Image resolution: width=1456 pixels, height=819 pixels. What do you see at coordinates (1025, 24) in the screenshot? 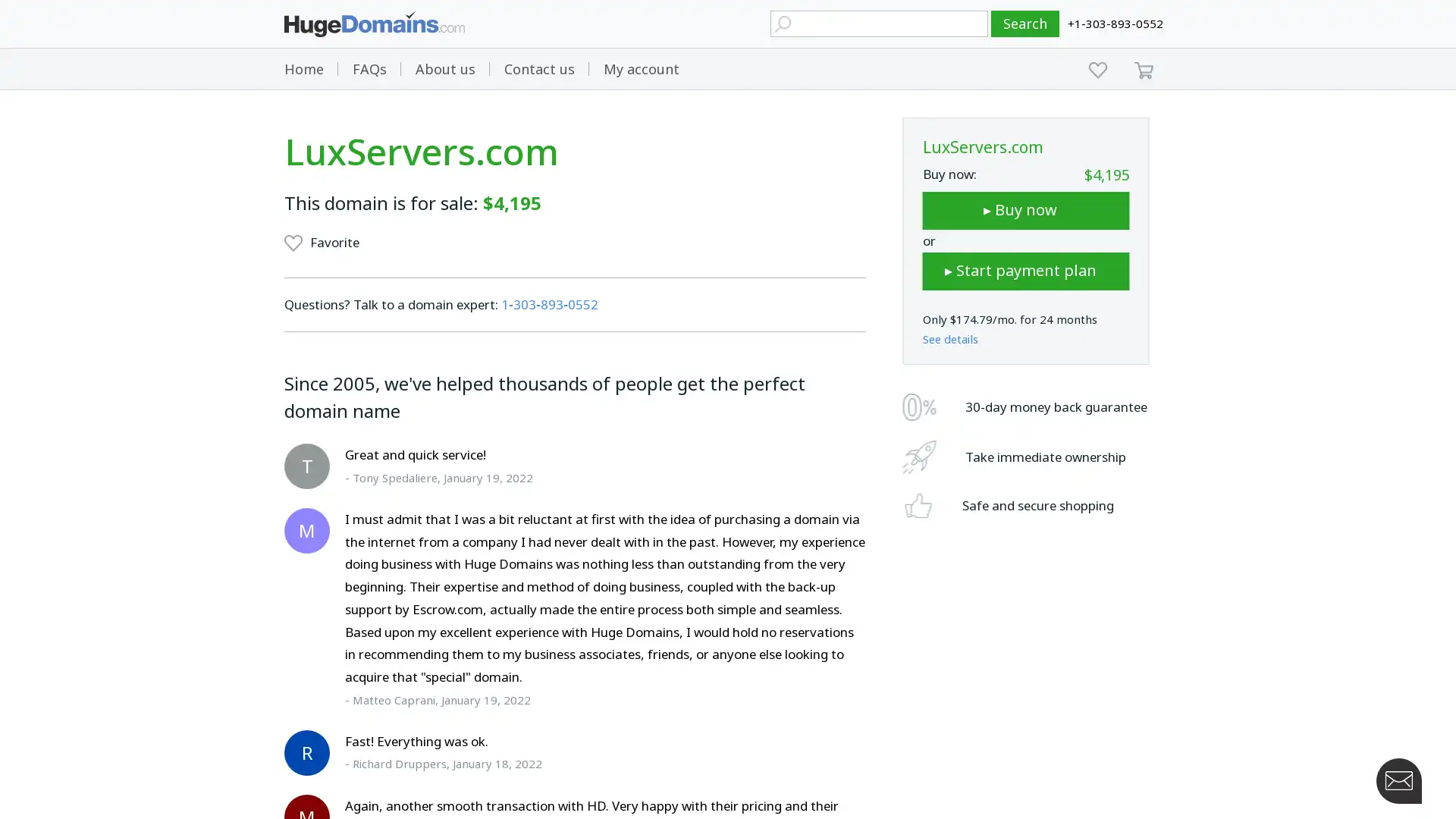
I see `Search` at bounding box center [1025, 24].